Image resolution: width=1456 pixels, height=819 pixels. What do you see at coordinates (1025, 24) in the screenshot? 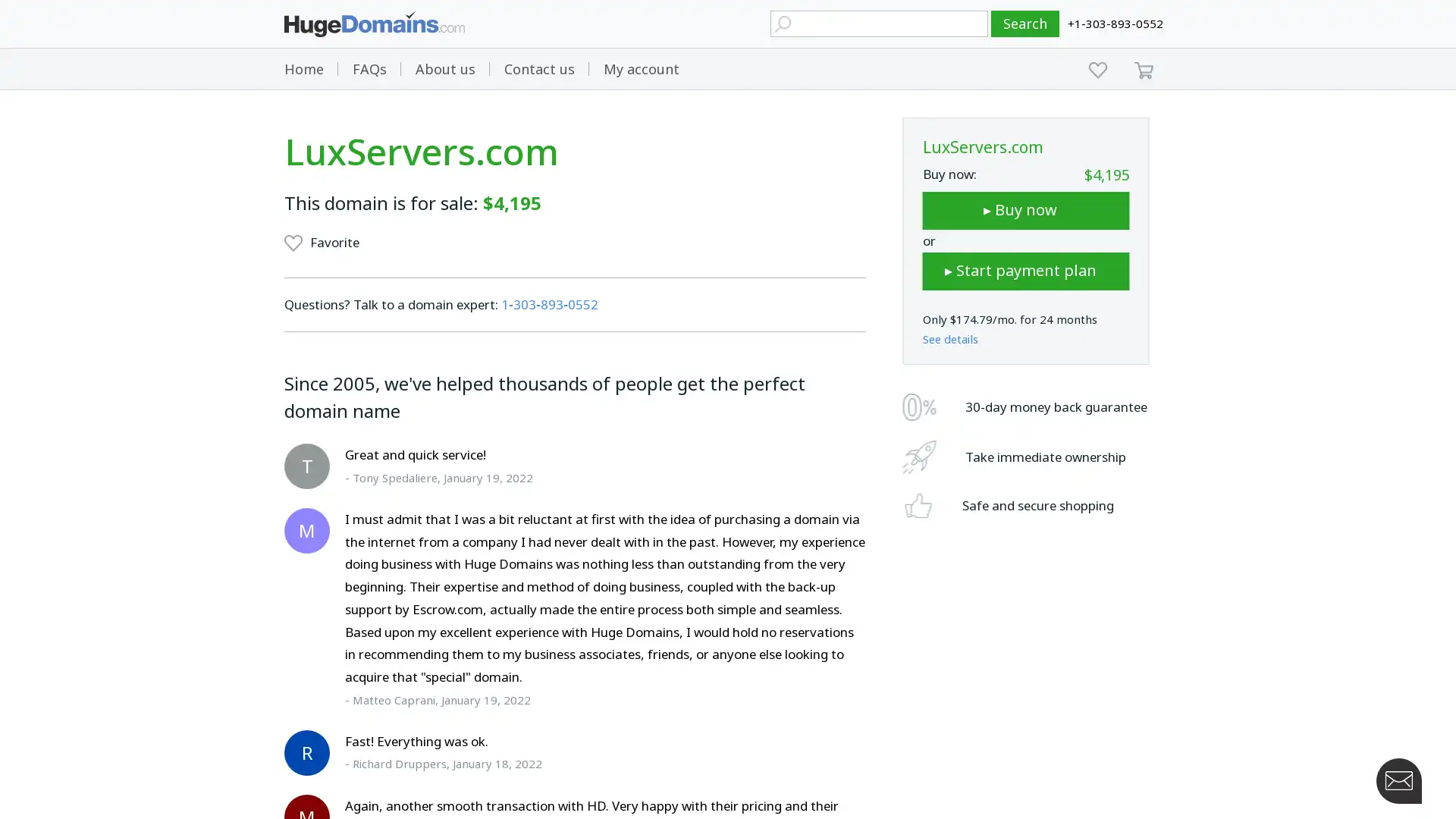
I see `Search` at bounding box center [1025, 24].